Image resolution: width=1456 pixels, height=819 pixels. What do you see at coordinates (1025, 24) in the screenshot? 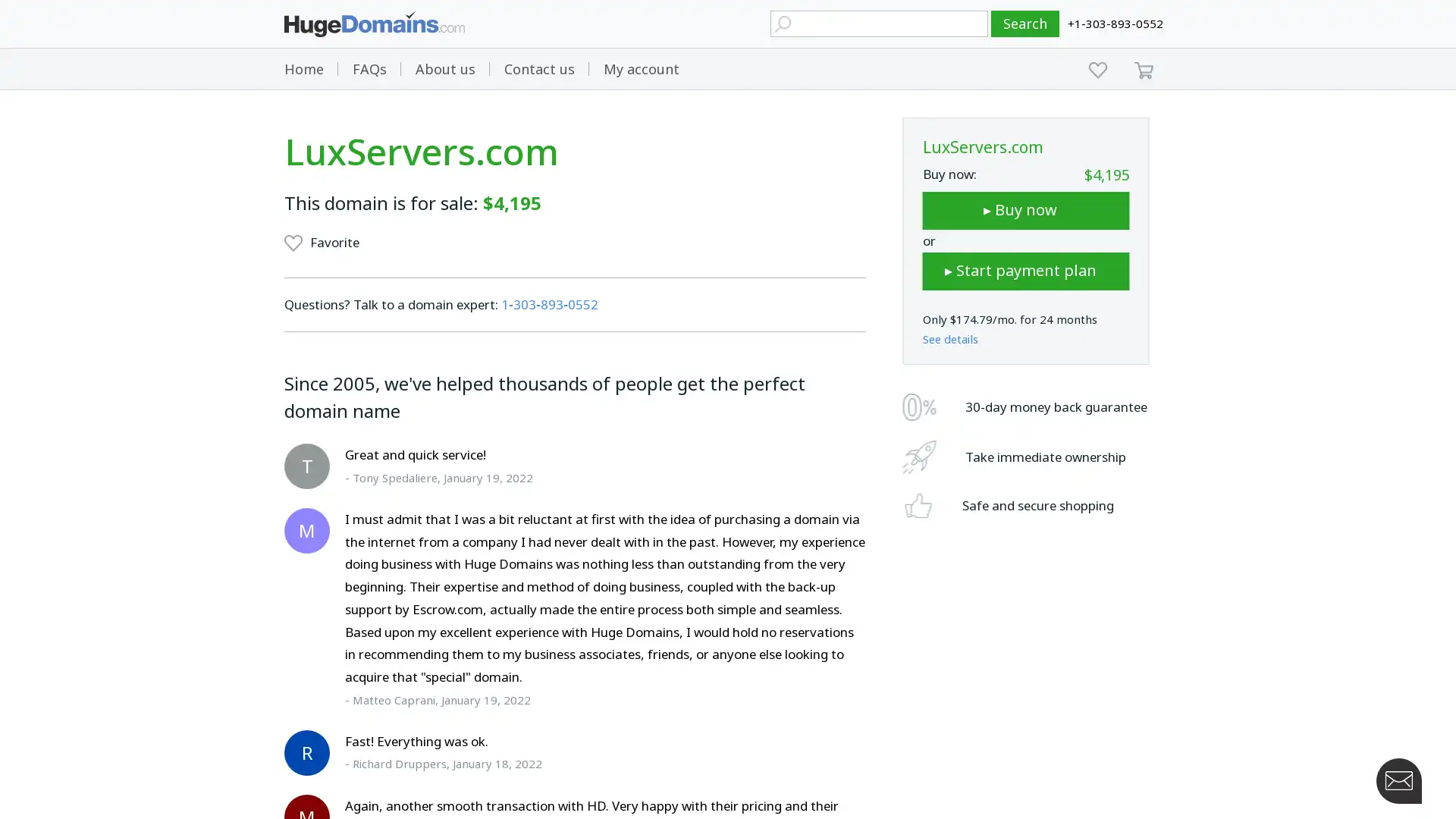
I see `Search` at bounding box center [1025, 24].